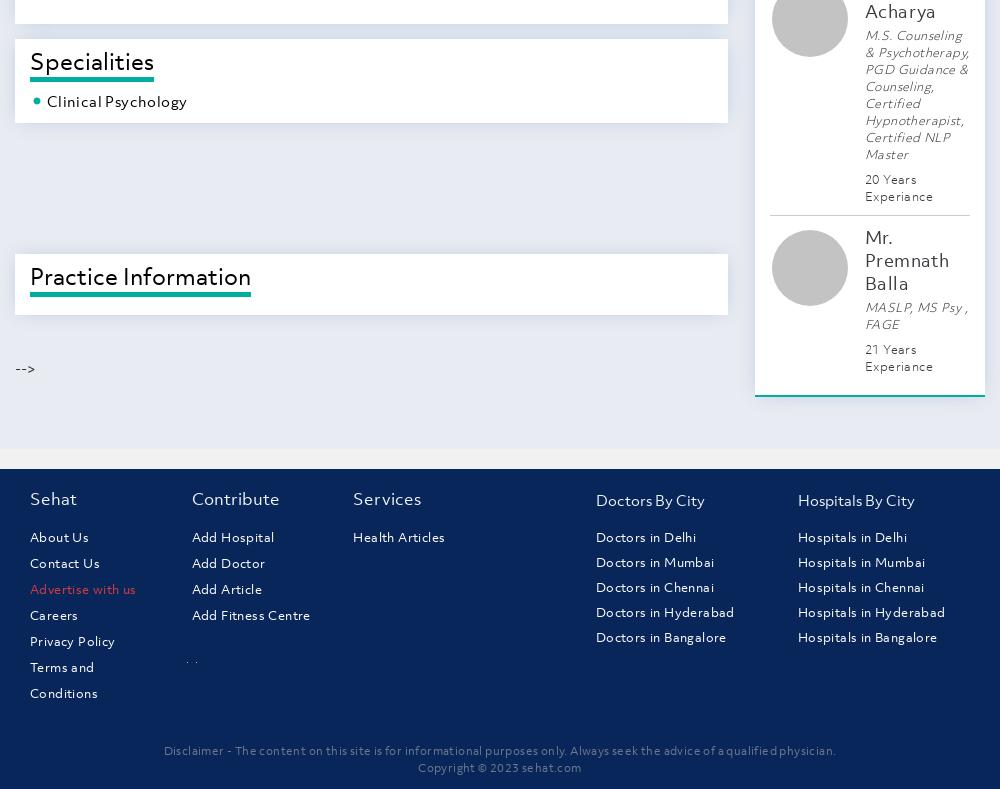  I want to click on 'Hospitals in Delhi', so click(851, 535).